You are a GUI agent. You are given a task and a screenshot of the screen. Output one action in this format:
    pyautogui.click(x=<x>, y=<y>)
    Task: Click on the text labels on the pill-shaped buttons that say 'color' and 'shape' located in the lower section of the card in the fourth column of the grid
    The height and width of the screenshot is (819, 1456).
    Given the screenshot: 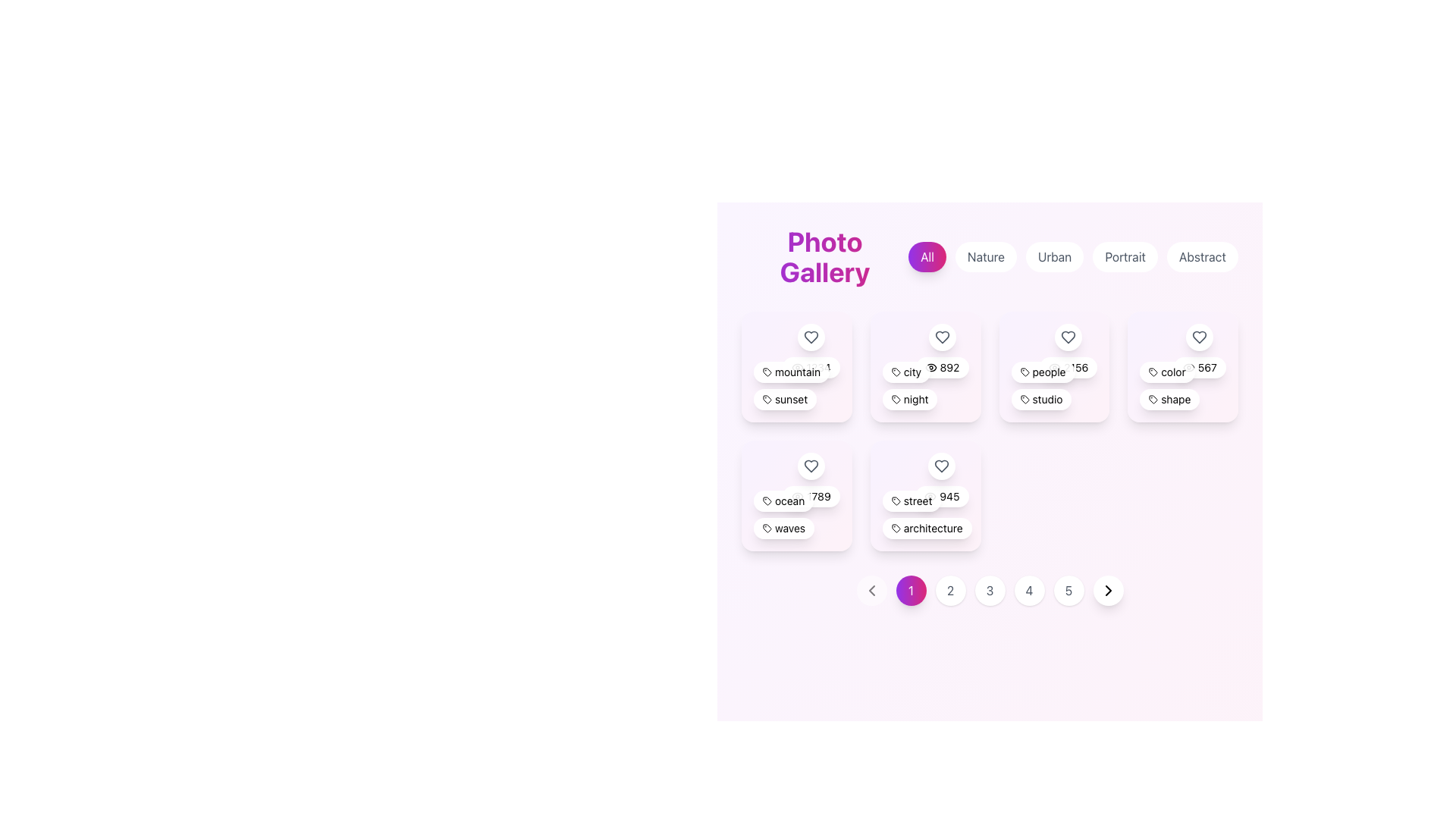 What is the action you would take?
    pyautogui.click(x=1182, y=384)
    